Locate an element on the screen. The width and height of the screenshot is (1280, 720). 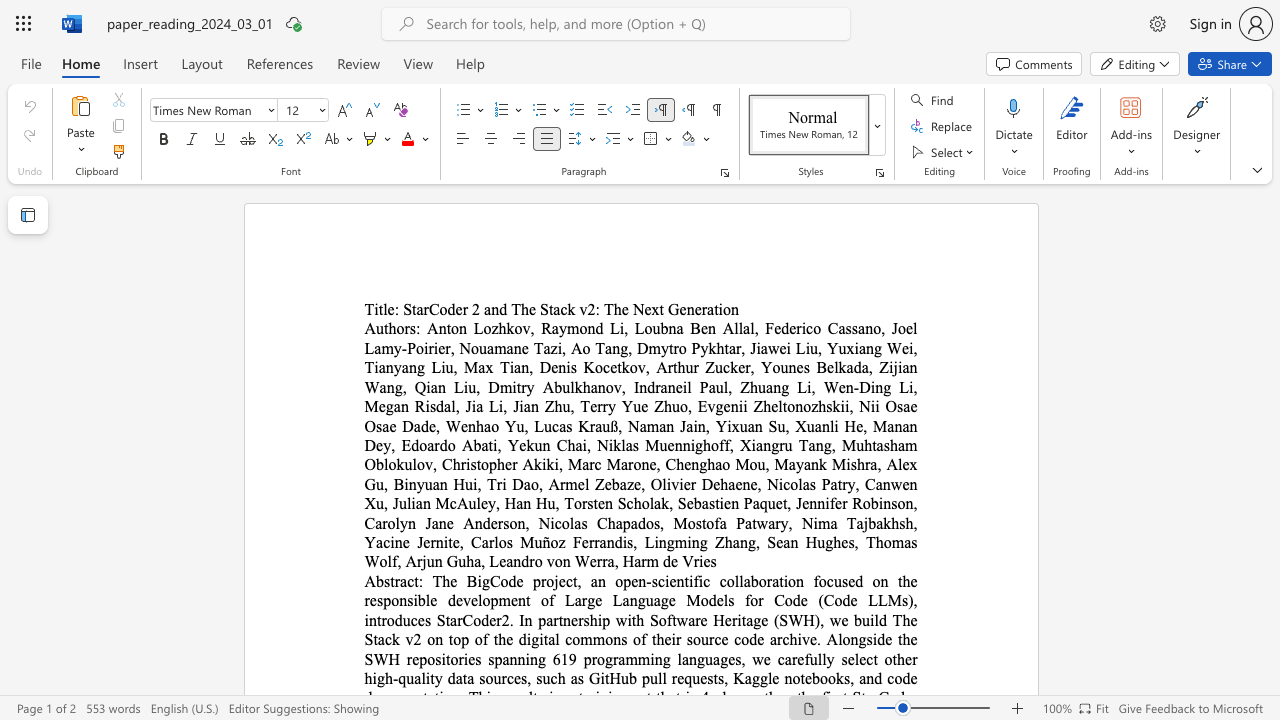
the subset text "e Tazi, Ao Tang, Dmytro Pykhtar, Jiawei Liu, Yuxiang Wei, Tianyang Liu, Max Tian, Denis Kocetkov, Arthur Zucker, Younes Belkada, Zijian Wang, Qian Liu, Dmitry Abulkhanov, Indraneil Paul, Zhuang Li, Wen-Ding Li, Megan Risdal, Jia Li, Jian Zhu, Terry Yue Zhuo, Evgenii Zheltonozhskii, Nii Osae Osae Dade, Wenhao Yu, Lucas Krauß, Naman Jain, Yixuan Su, Xuanli He, Manan Dey, Edoardo Abati, Yekun Chai, Niklas Muennighoff, Xiangru Tang, Muhtasham Oblokulov, Christopher Akiki, Marc Marone, Chenghao Mou, Mayank Mishra, Alex Gu, Binyuan Hui, Tri Dao, Armel Zebaze, Olivier D" within the text "Anton Lozhkov, Raymond Li, Loubna Ben Allal, Federico Cassano, Joel Lamy-Poirier, Nouamane Tazi, Ao Tang, Dmytro Pykhtar, Jiawei Liu, Yuxiang Wei, Tianyang Liu, Max Tian, Denis Kocetkov, Arthur Zucker, Younes Belkada, Zijian Wang, Qian Liu, Dmitry Abulkhanov, Indraneil Paul, Zhuang Li, Wen-Ding Li, Megan Risdal, Jia Li, Jian Zhu, Terry Yue Zhuo, Evgenii Zheltonozhskii, Nii Osae Osae Dade, Wenhao Yu, Lucas Krauß, Naman Jain, Yixuan Su, Xuanli He, Manan Dey, Edoardo Abati, Yekun Chai, Niklas Muennighoff, Xiangru Tang, Muhtasham Oblokulov, Christopher Akiki, Marc Marone, Chenghao Mou, Mayank Mishra, Alex Gu, Binyuan Hui, Tri Dao, Armel Zebaze, Olivier Dehaene, Nicolas Patry, Canwen Xu, Julian McAuley, Han Hu, Torsten Scholak, Sebastien Paquet, Jennifer Robinson, Carolyn Jane Anderson, Nicolas Chapados, Mostofa Patwary, Nima Tajbakhsh, Yacine Jernite, Carlos Muñoz Ferrandis, Lingming Zhang, Sean Hughes, Thomas Wolf, Arjun Guha, Leandro von Werra, Harm de Vries" is located at coordinates (521, 347).